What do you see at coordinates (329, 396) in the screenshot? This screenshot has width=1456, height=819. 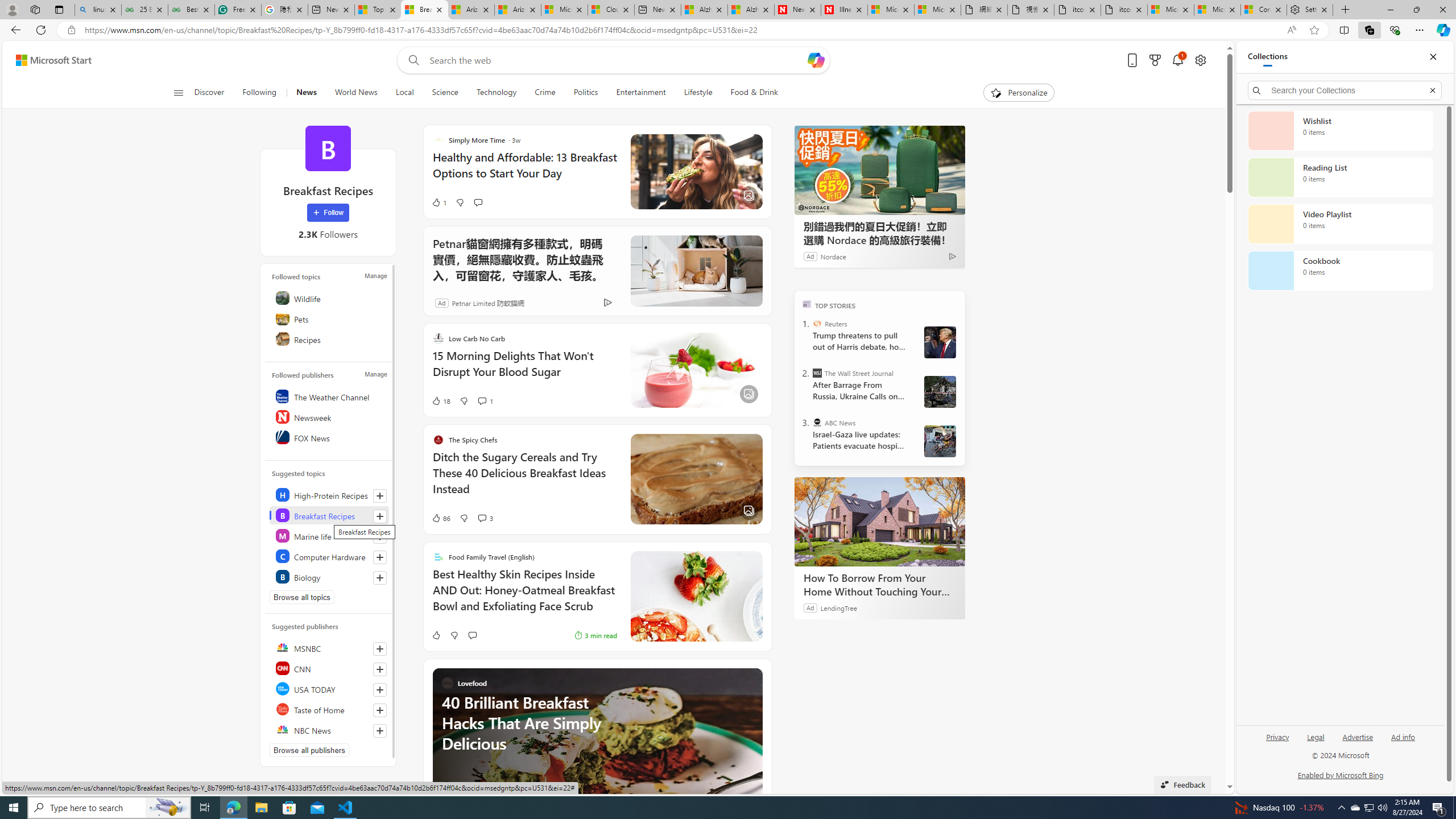 I see `'The Weather Channel'` at bounding box center [329, 396].